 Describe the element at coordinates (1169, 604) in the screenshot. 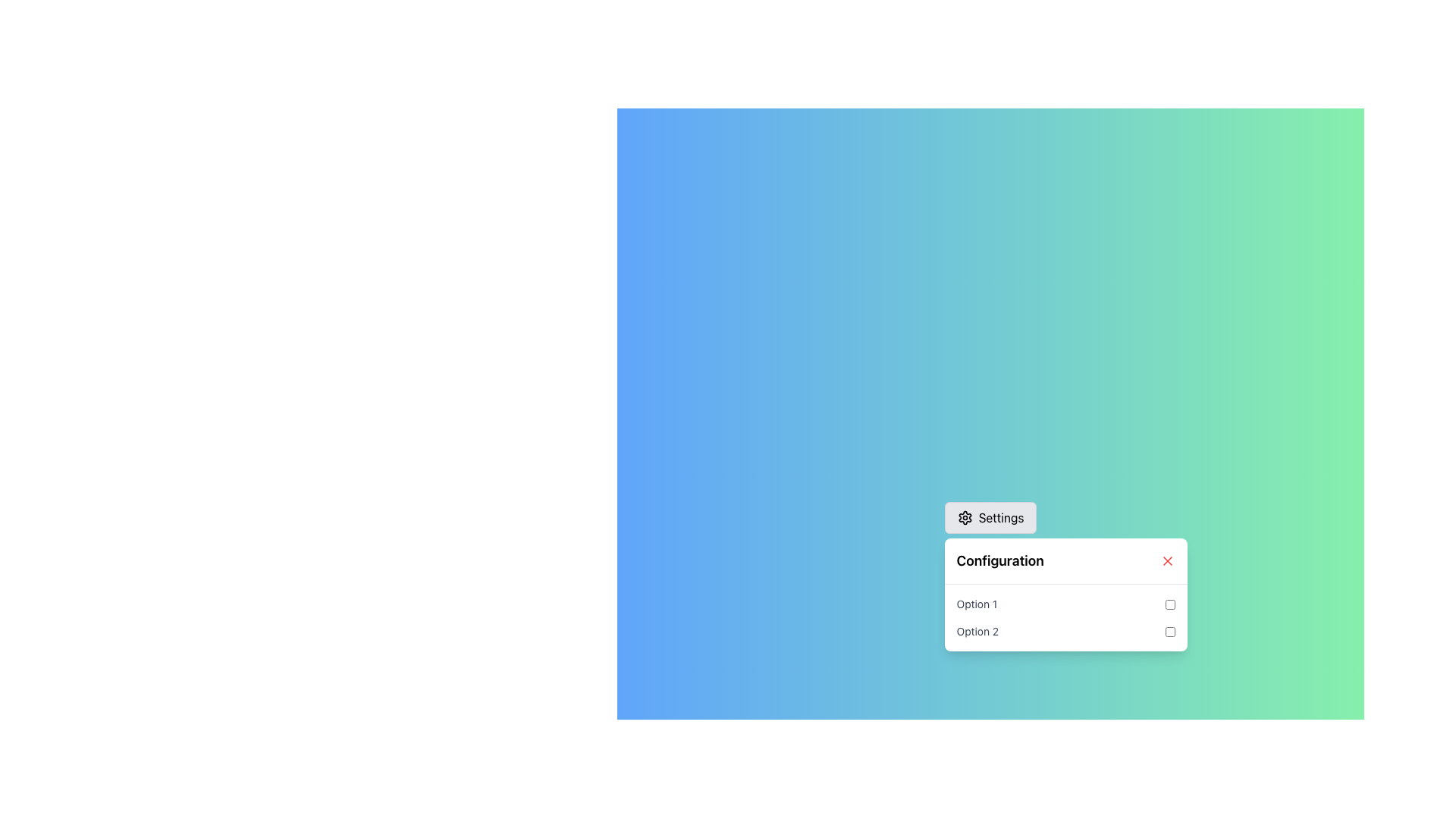

I see `the checkbox styled in a minimal form located within the 'Configuration' panel` at that location.